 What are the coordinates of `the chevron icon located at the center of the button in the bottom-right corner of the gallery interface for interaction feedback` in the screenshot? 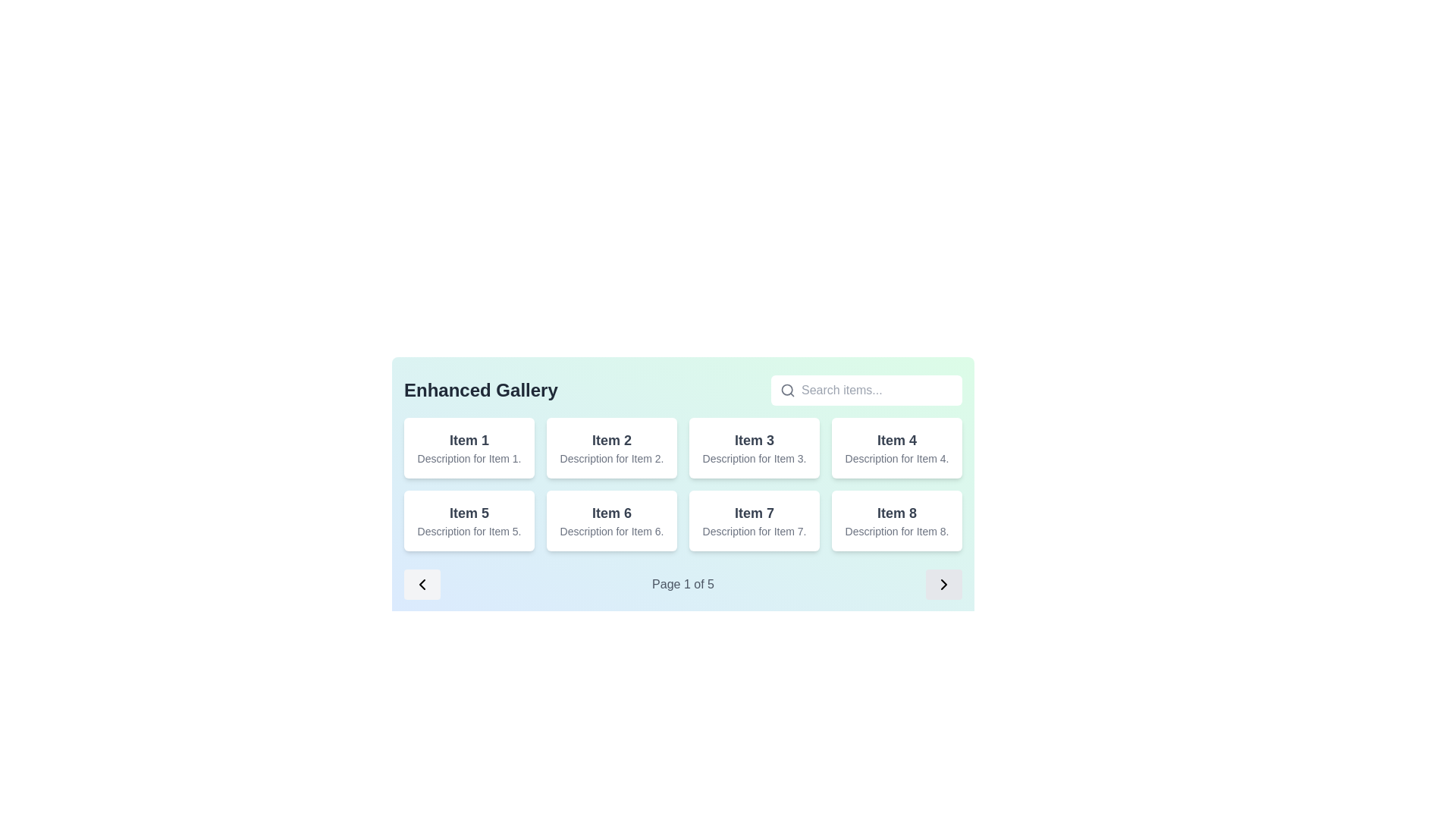 It's located at (943, 584).